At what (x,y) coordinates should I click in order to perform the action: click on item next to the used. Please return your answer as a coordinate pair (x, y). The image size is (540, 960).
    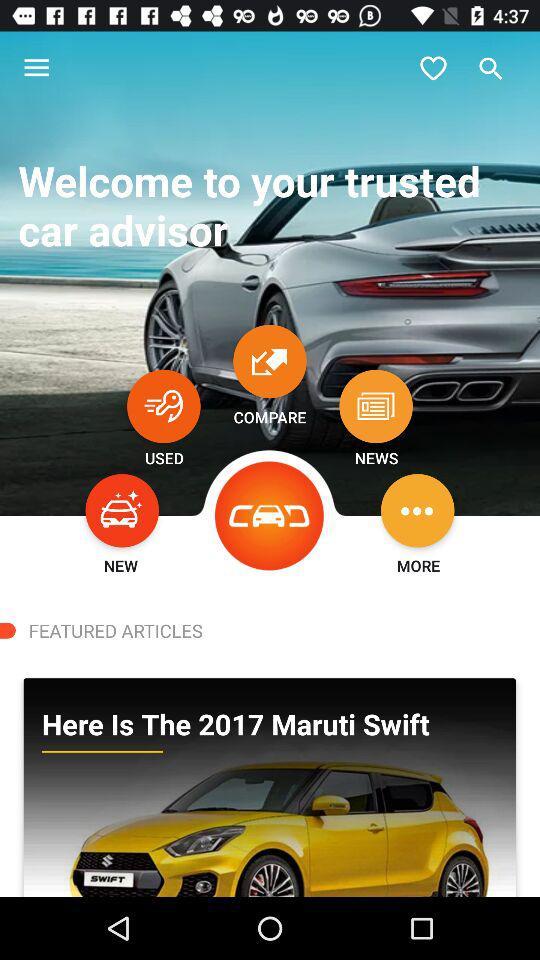
    Looking at the image, I should click on (270, 515).